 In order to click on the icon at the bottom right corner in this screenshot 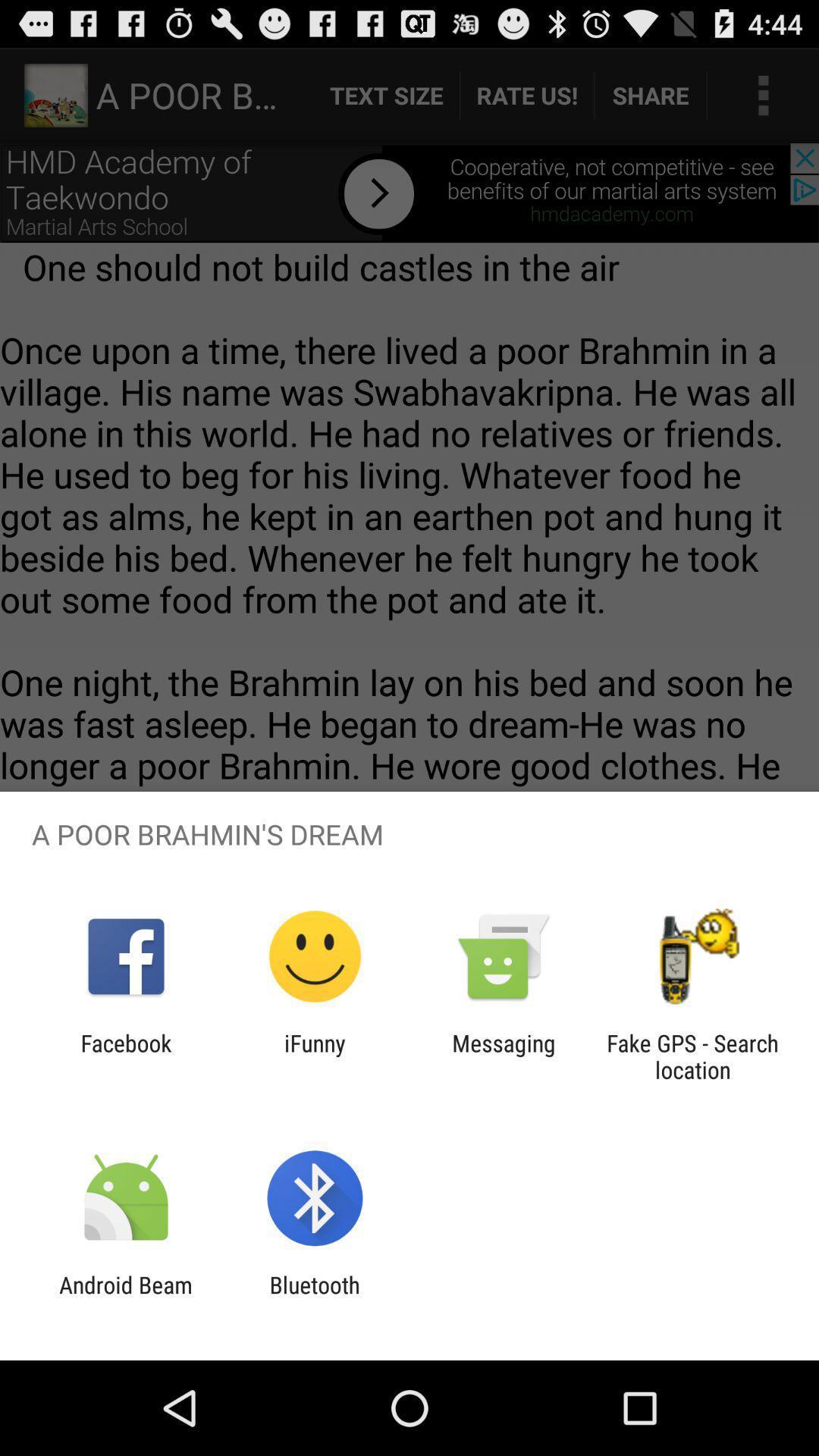, I will do `click(692, 1056)`.